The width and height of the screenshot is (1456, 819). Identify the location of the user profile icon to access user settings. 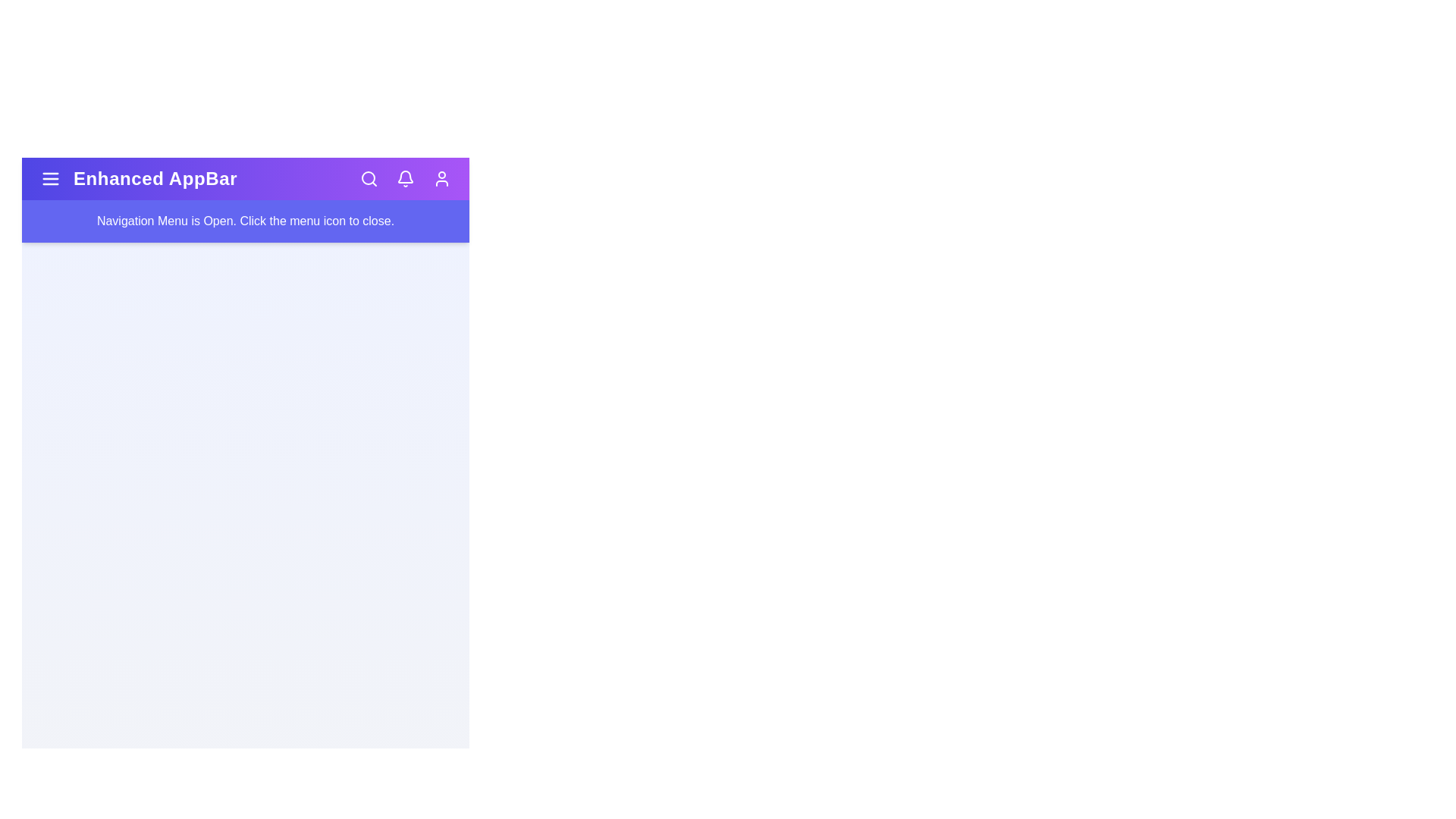
(441, 177).